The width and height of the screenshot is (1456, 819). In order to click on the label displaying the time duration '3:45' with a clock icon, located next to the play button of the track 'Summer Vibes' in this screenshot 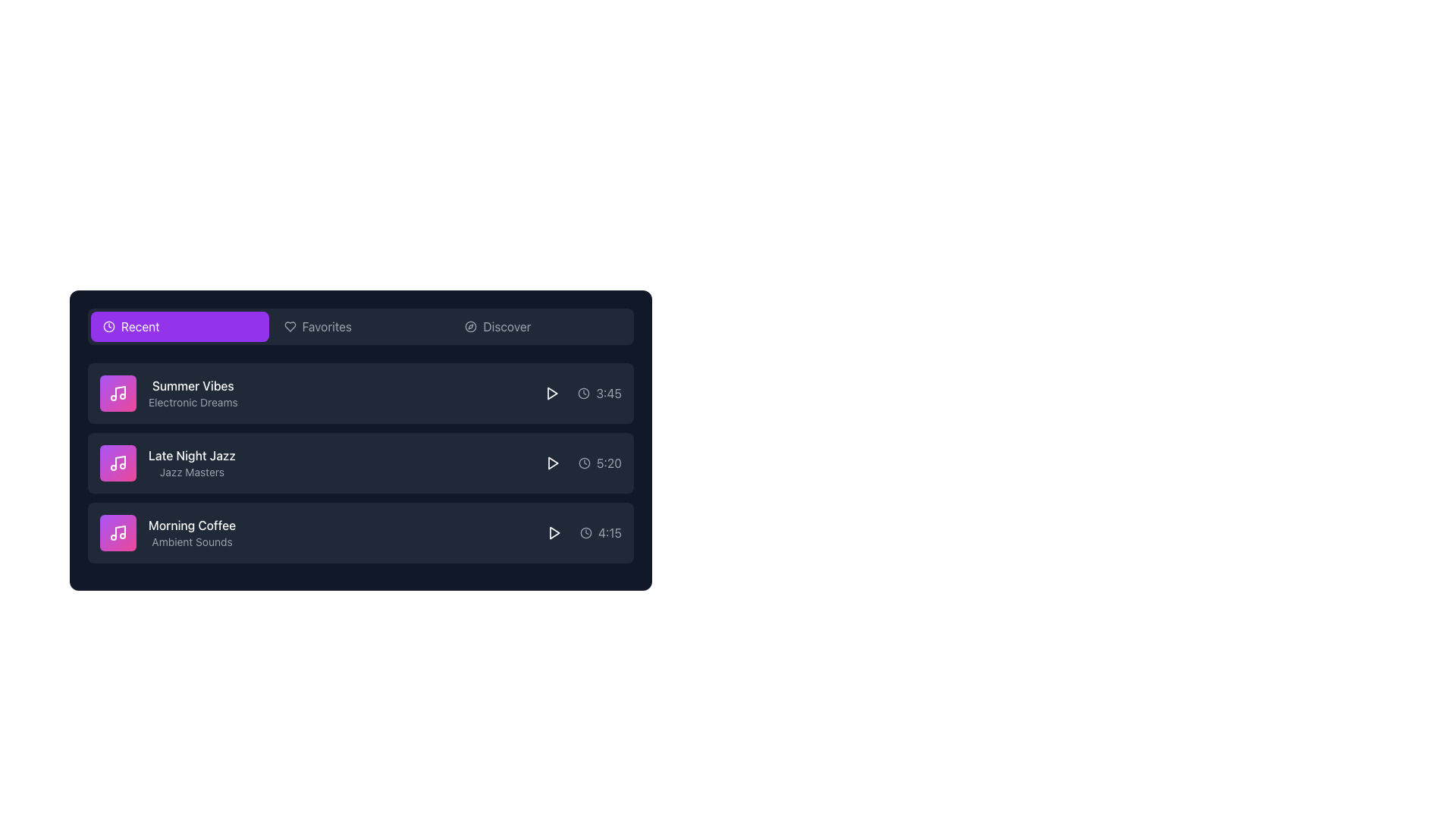, I will do `click(579, 393)`.